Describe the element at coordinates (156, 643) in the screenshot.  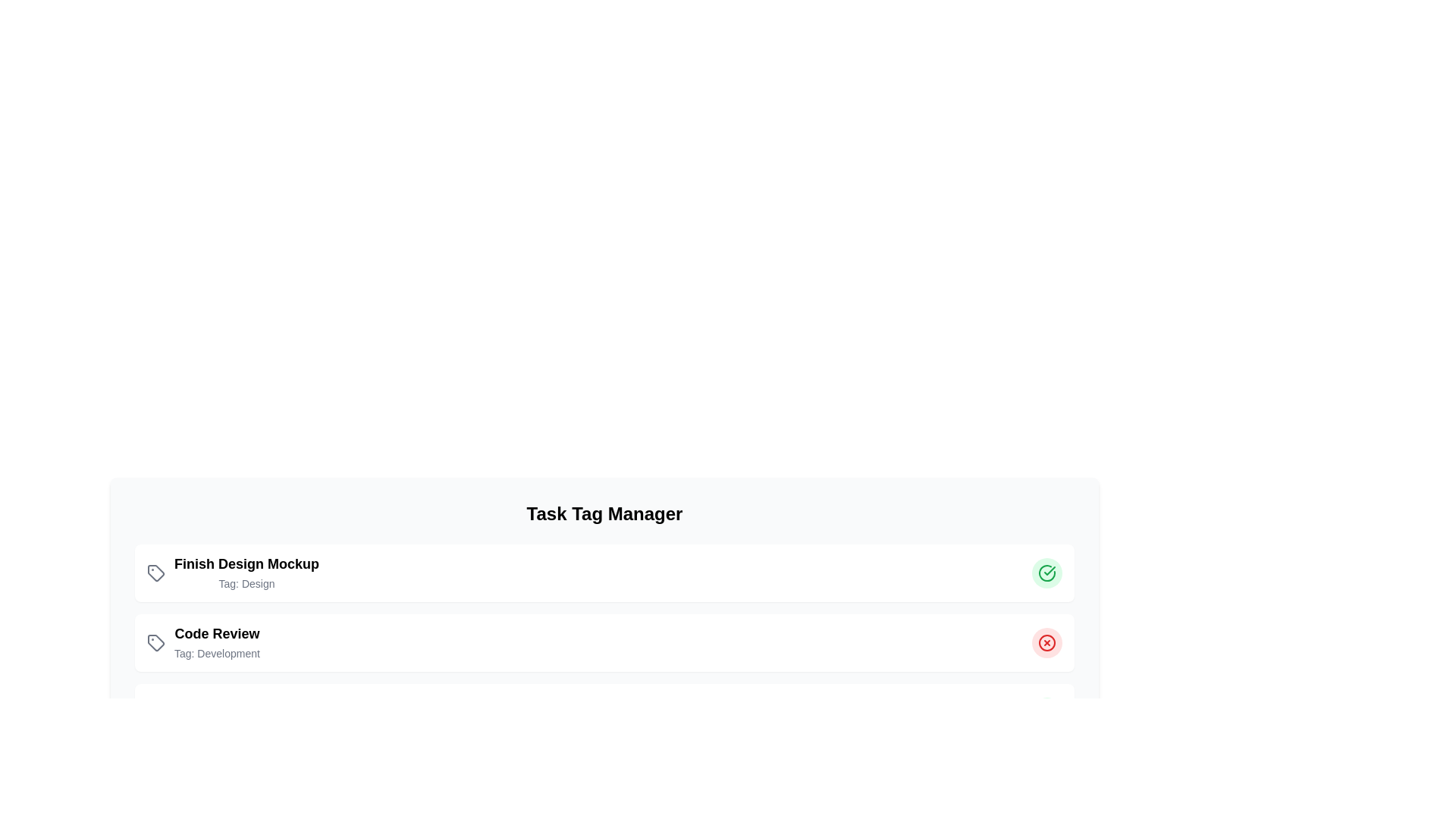
I see `the tag icon located in the 'Code Review' section, which visually denotes the 'tag' category for the 'Code Review' content` at that location.